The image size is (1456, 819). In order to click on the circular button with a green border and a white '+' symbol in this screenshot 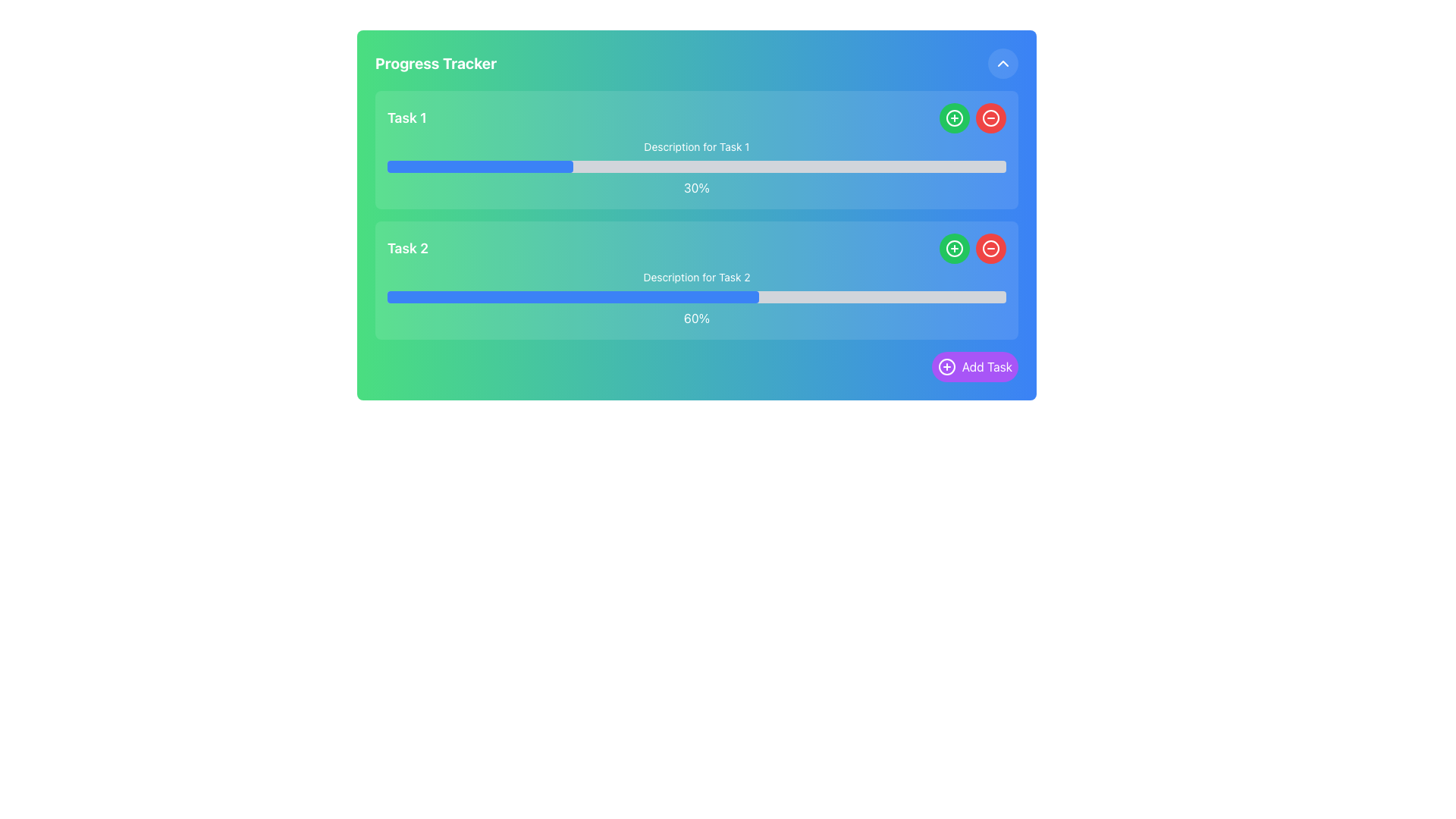, I will do `click(953, 247)`.